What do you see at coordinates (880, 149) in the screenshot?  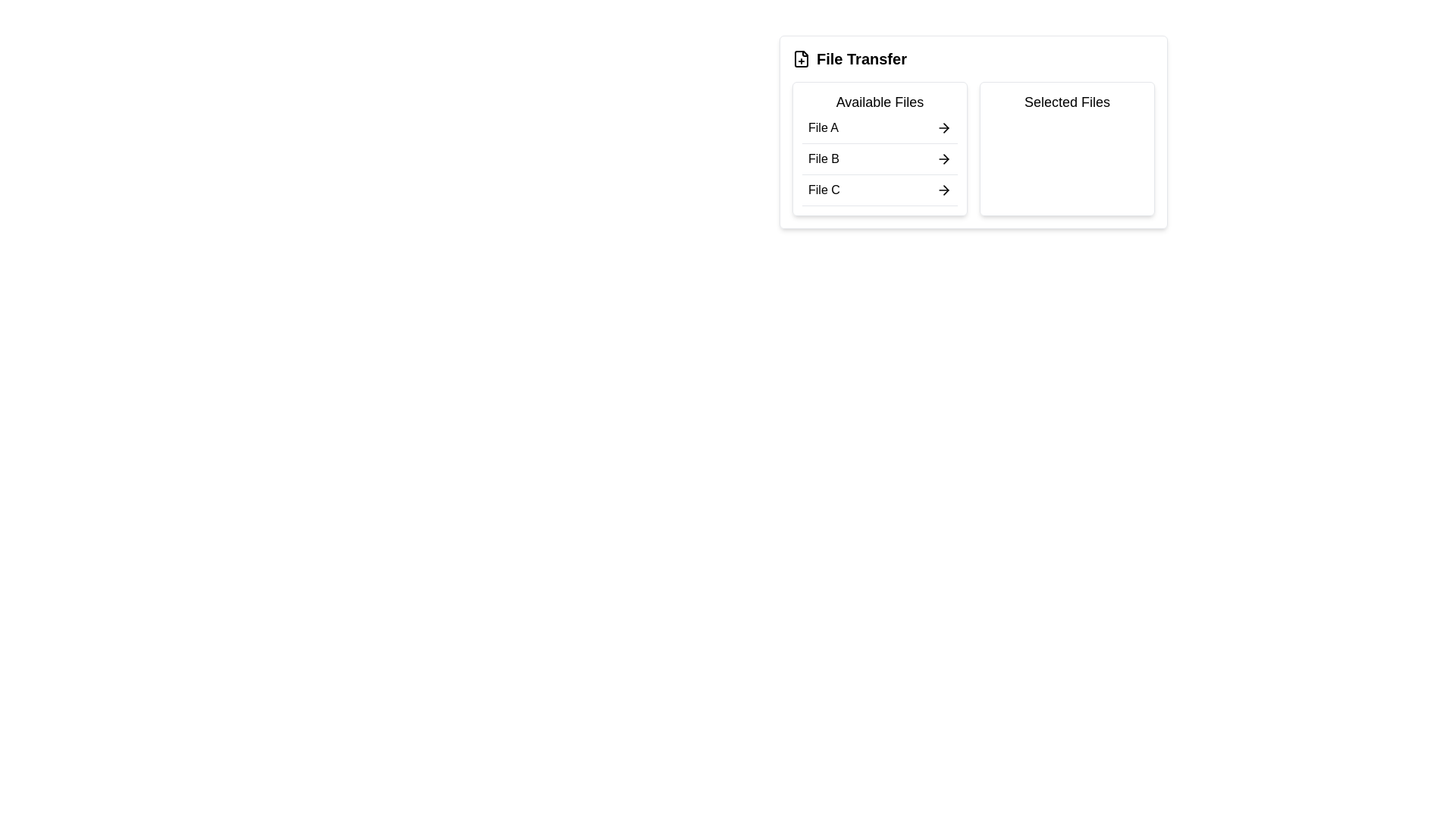 I see `the second entry` at bounding box center [880, 149].